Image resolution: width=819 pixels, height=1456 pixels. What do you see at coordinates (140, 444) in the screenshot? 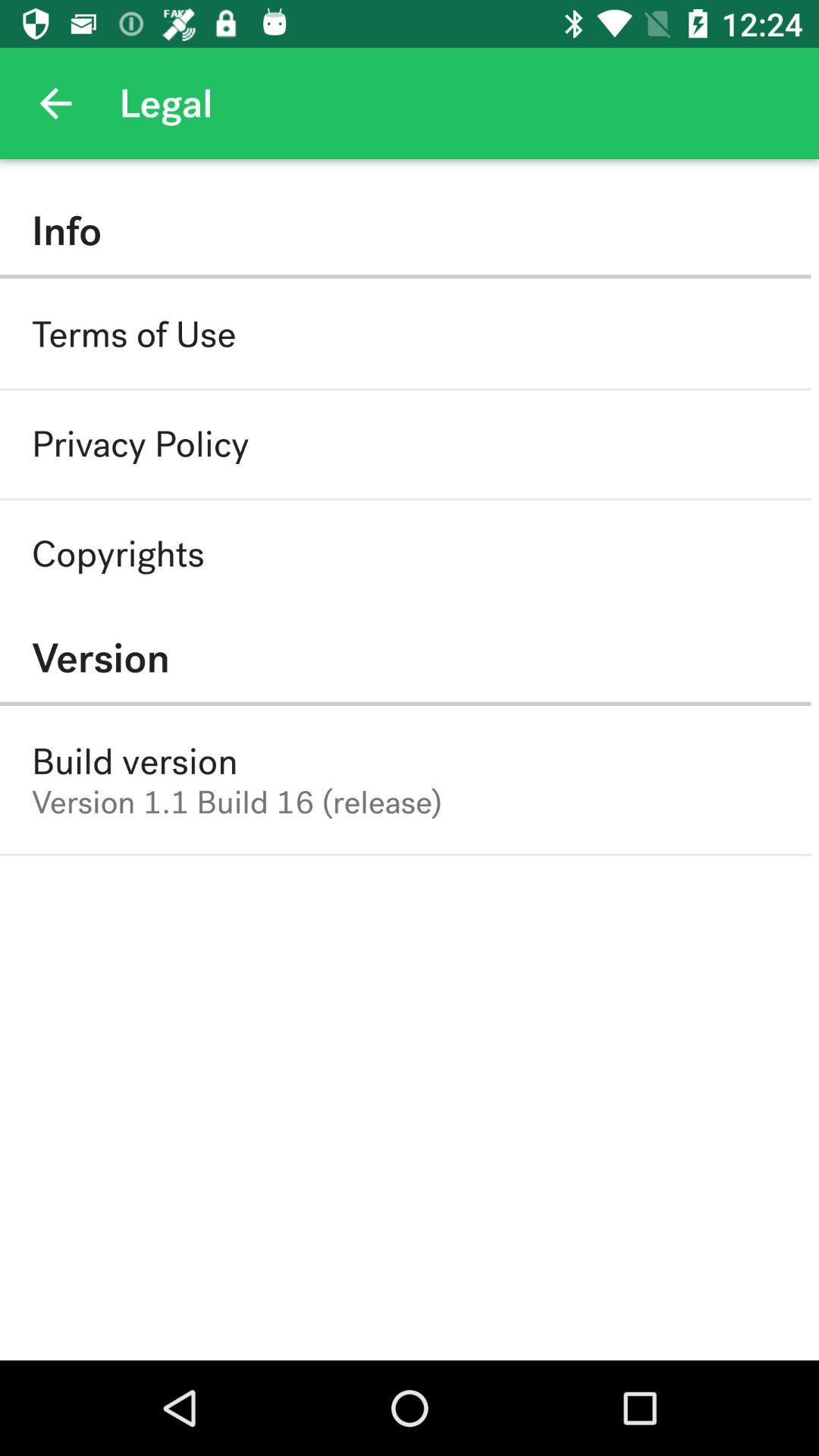
I see `privacy policy` at bounding box center [140, 444].